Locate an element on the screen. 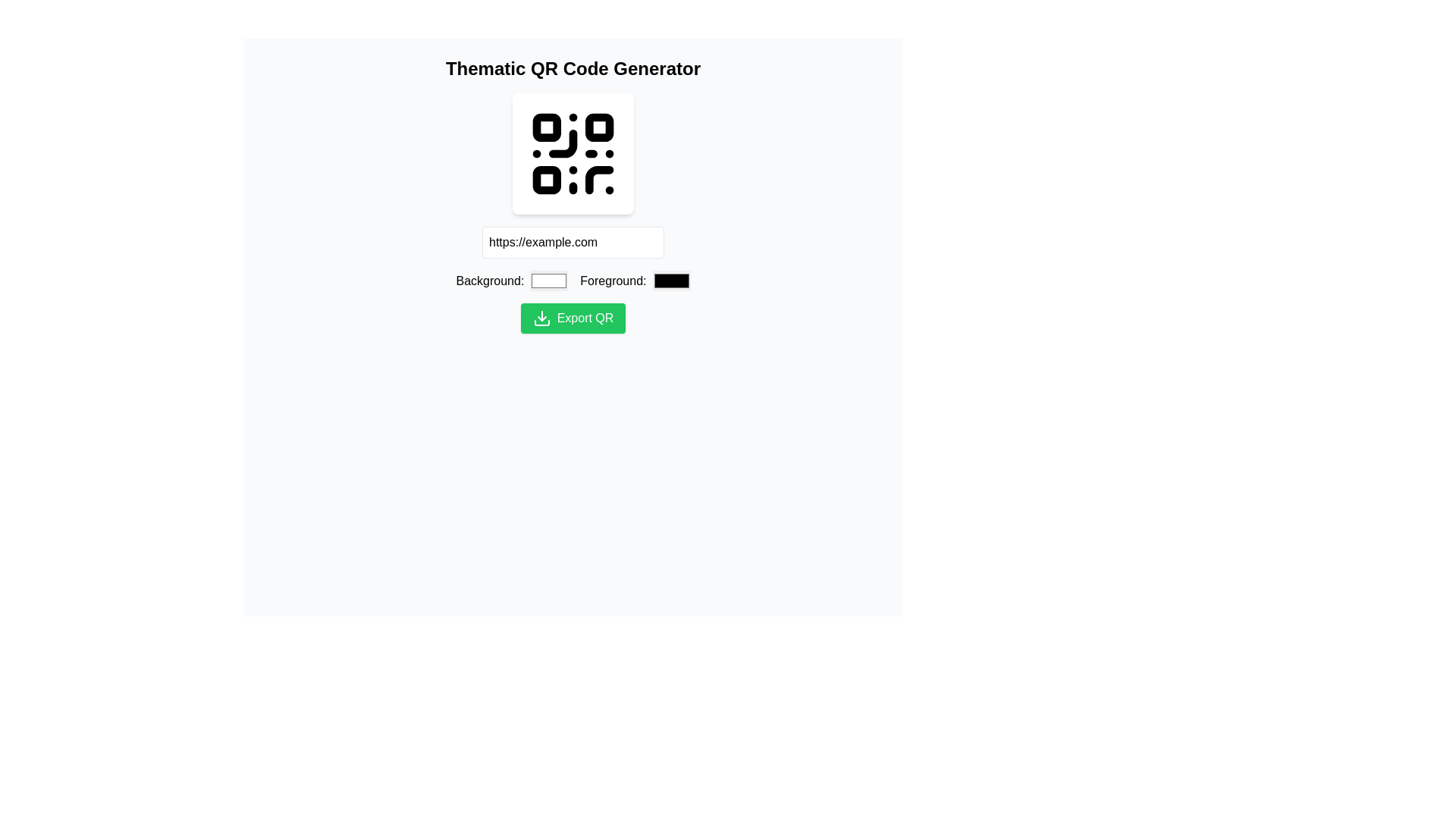 The height and width of the screenshot is (819, 1456). the text input field with rounded corners that has a placeholder 'Enter URL' is located at coordinates (572, 242).